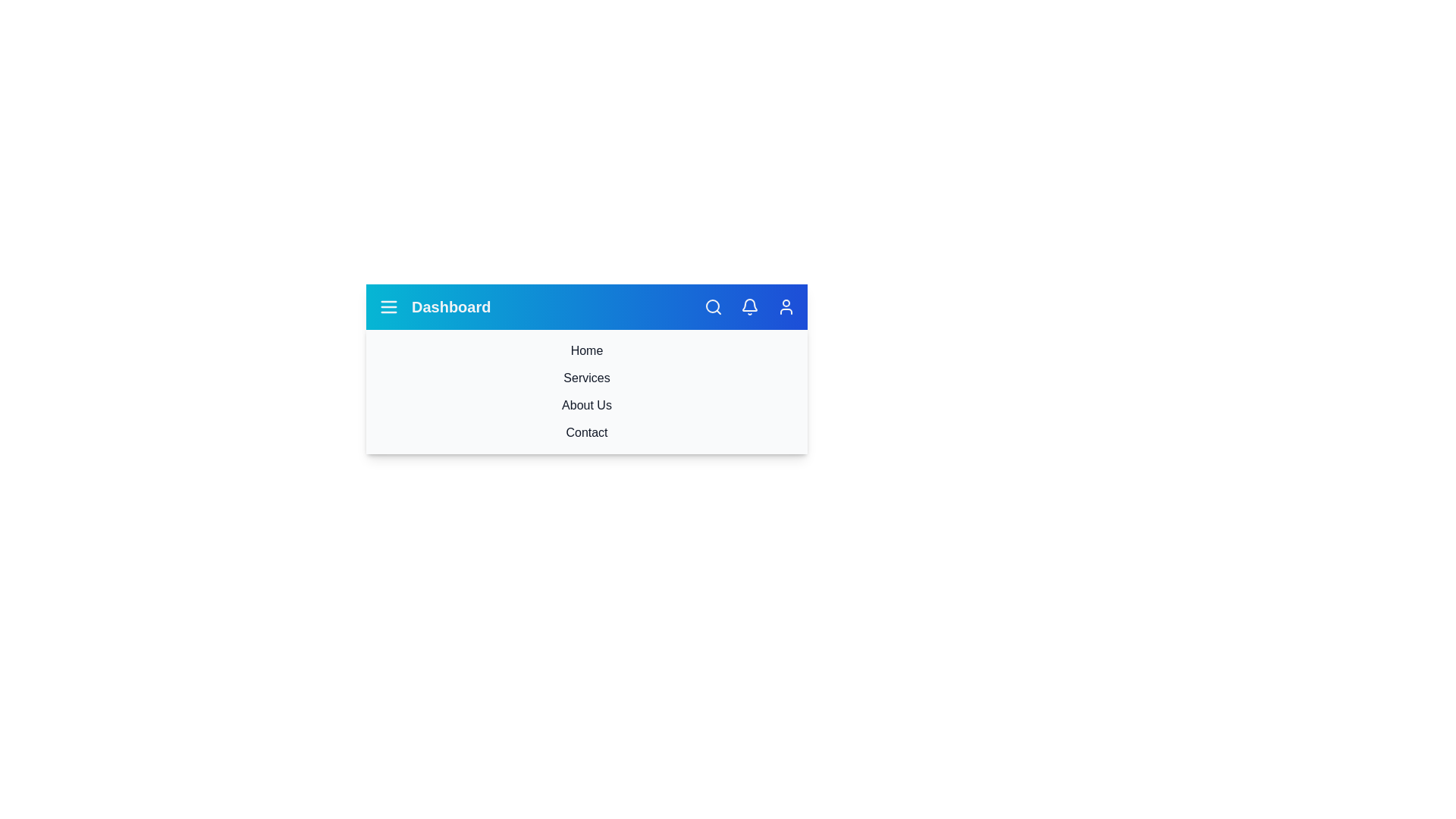 This screenshot has width=1456, height=819. What do you see at coordinates (585, 405) in the screenshot?
I see `the navigation item About Us by clicking on it` at bounding box center [585, 405].